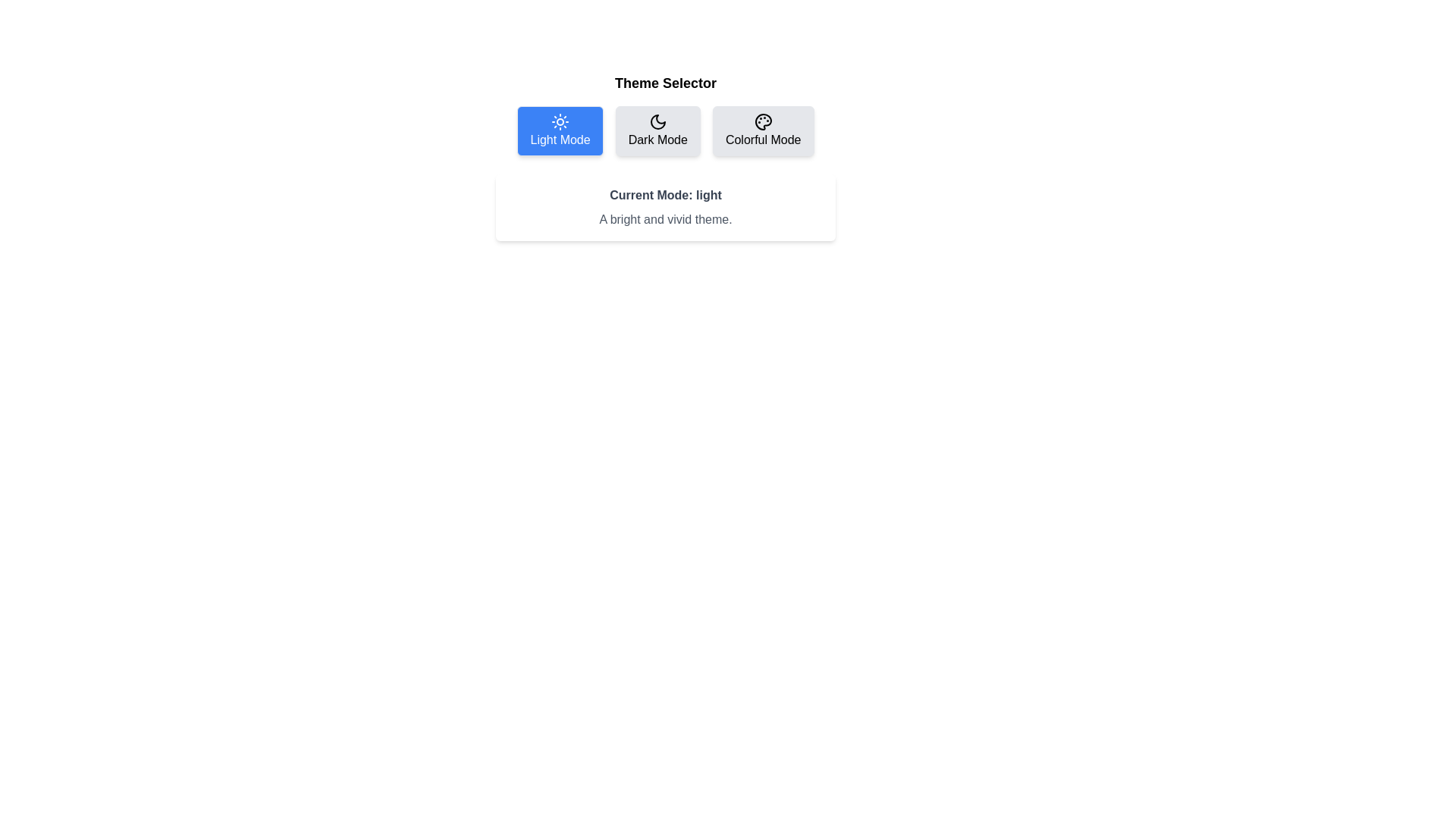  I want to click on the icon located in the upper left corner of the 'Colorful Mode' button, which serves as a visual indicator for activating the 'Colorful Mode', so click(763, 121).